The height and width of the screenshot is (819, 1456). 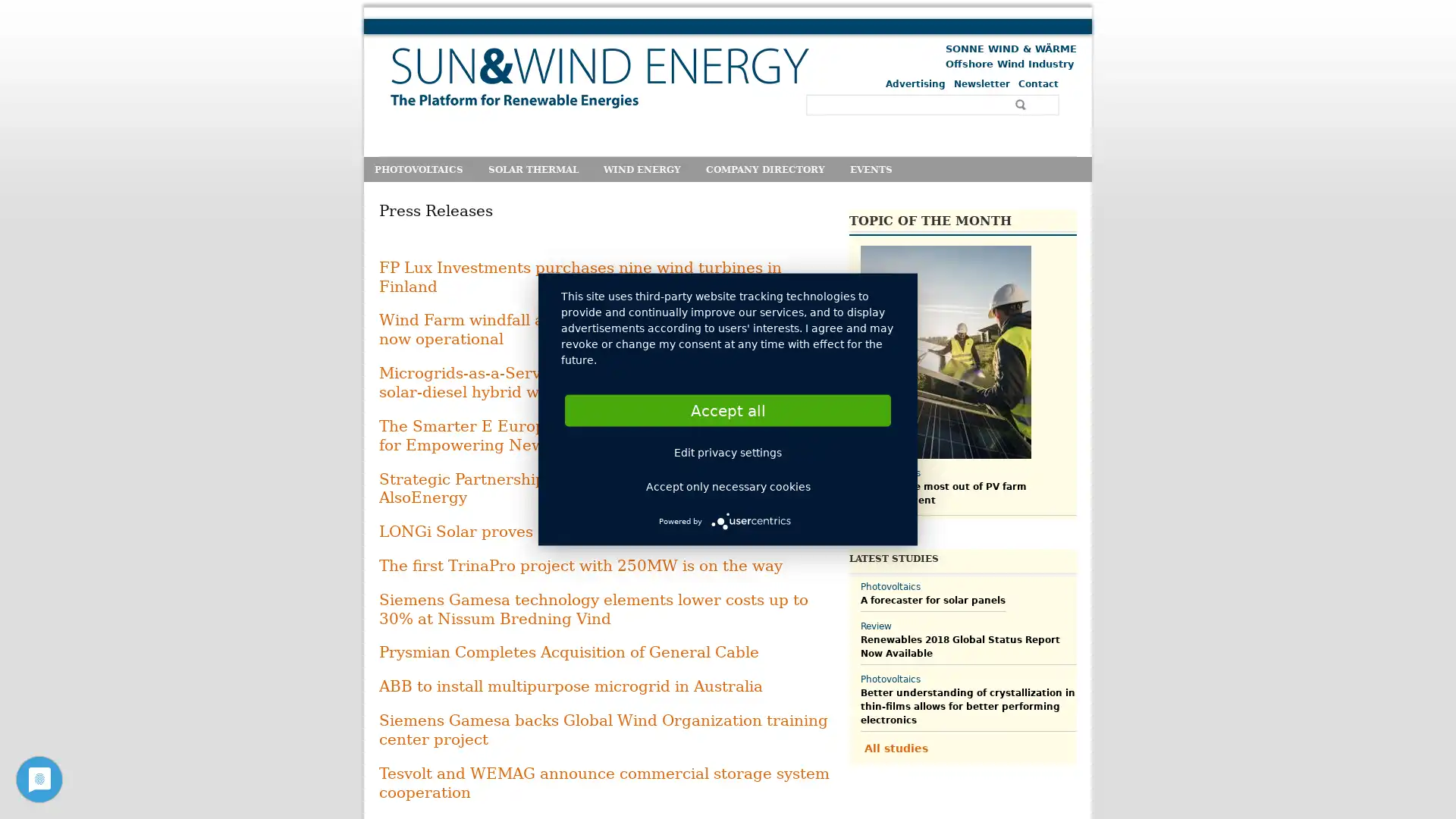 What do you see at coordinates (728, 409) in the screenshot?
I see `Accept` at bounding box center [728, 409].